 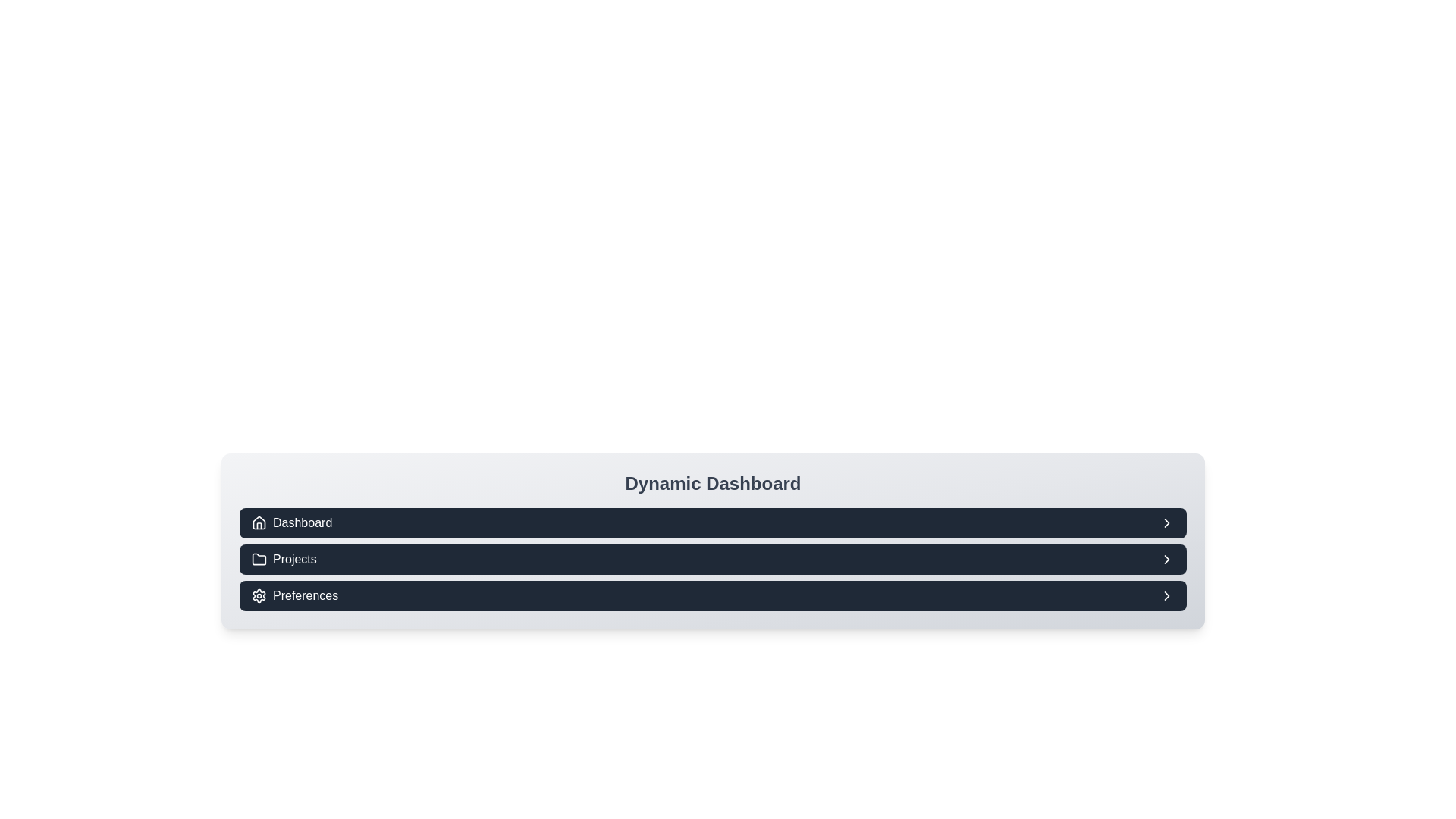 I want to click on the cog icon, which is a minimalist line-art style settings symbol located to the left of the text 'Preferences' in the Preferences list item, so click(x=259, y=595).